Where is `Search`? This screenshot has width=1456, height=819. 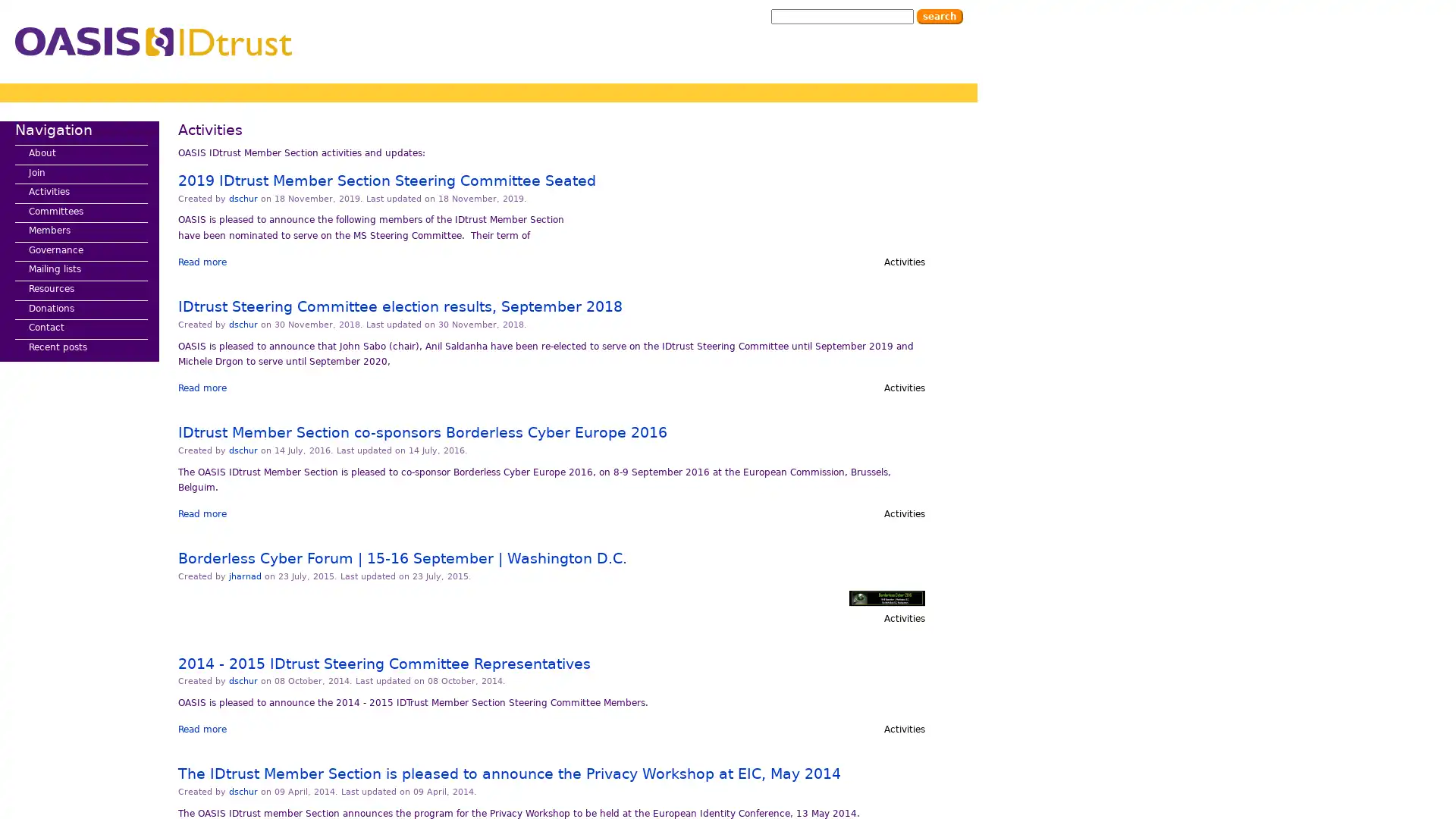 Search is located at coordinates (939, 17).